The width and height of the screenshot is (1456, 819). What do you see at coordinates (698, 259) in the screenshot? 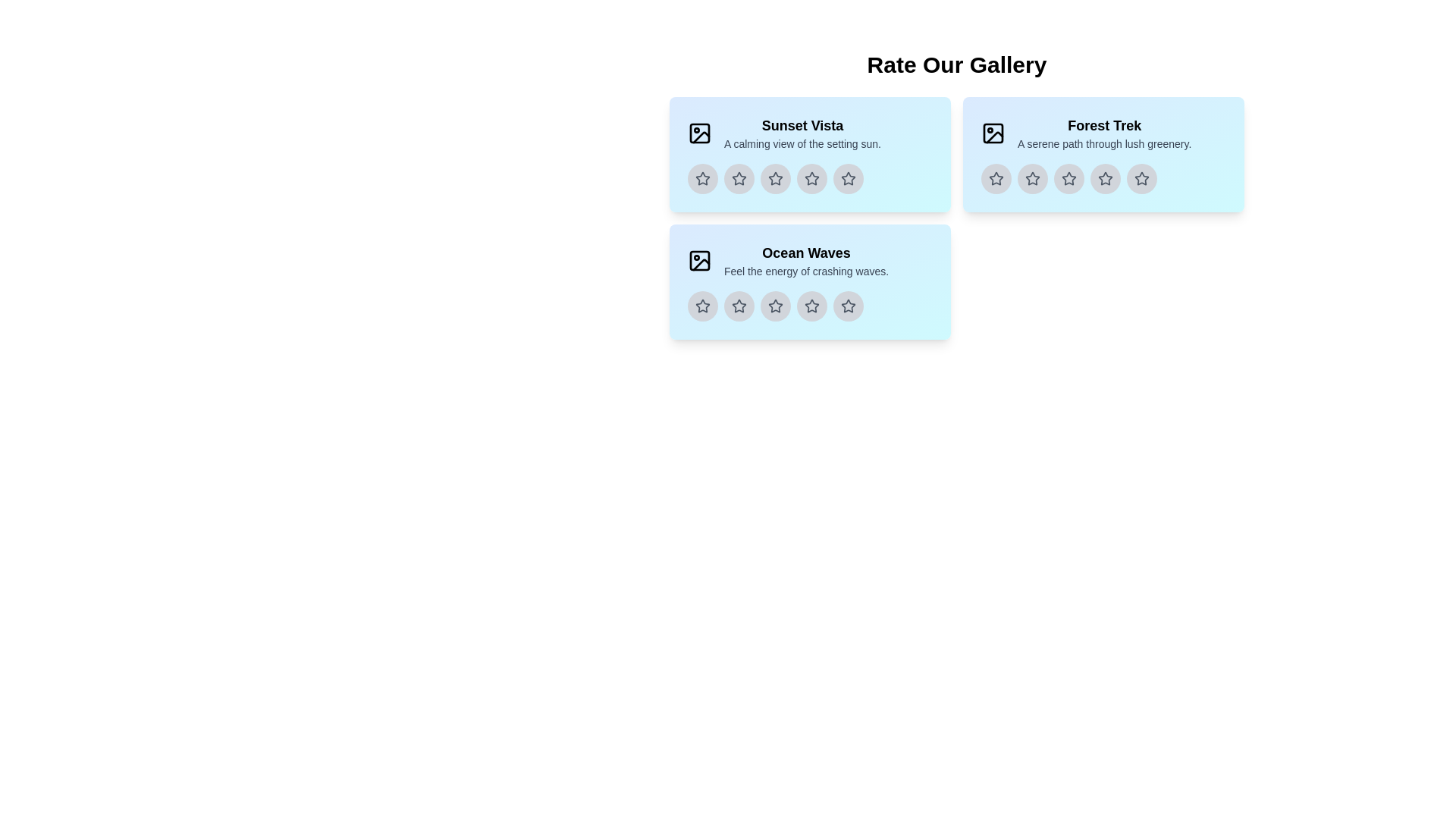
I see `the decorative rectangle located in the 'Ocean Waves' card, which is a small rectangle with rounded corners positioned in the top-left corner of the card` at bounding box center [698, 259].